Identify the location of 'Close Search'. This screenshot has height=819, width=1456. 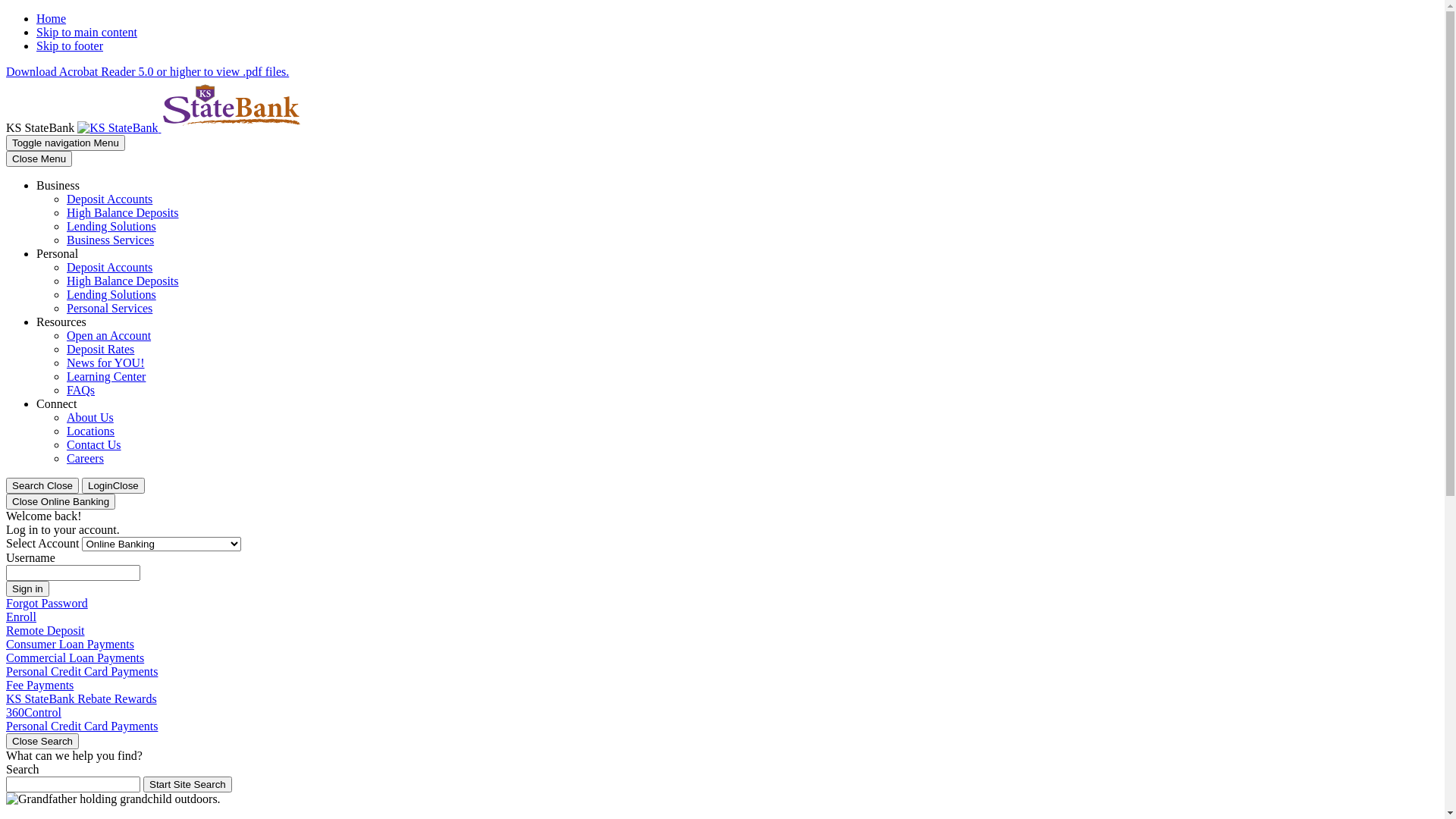
(42, 740).